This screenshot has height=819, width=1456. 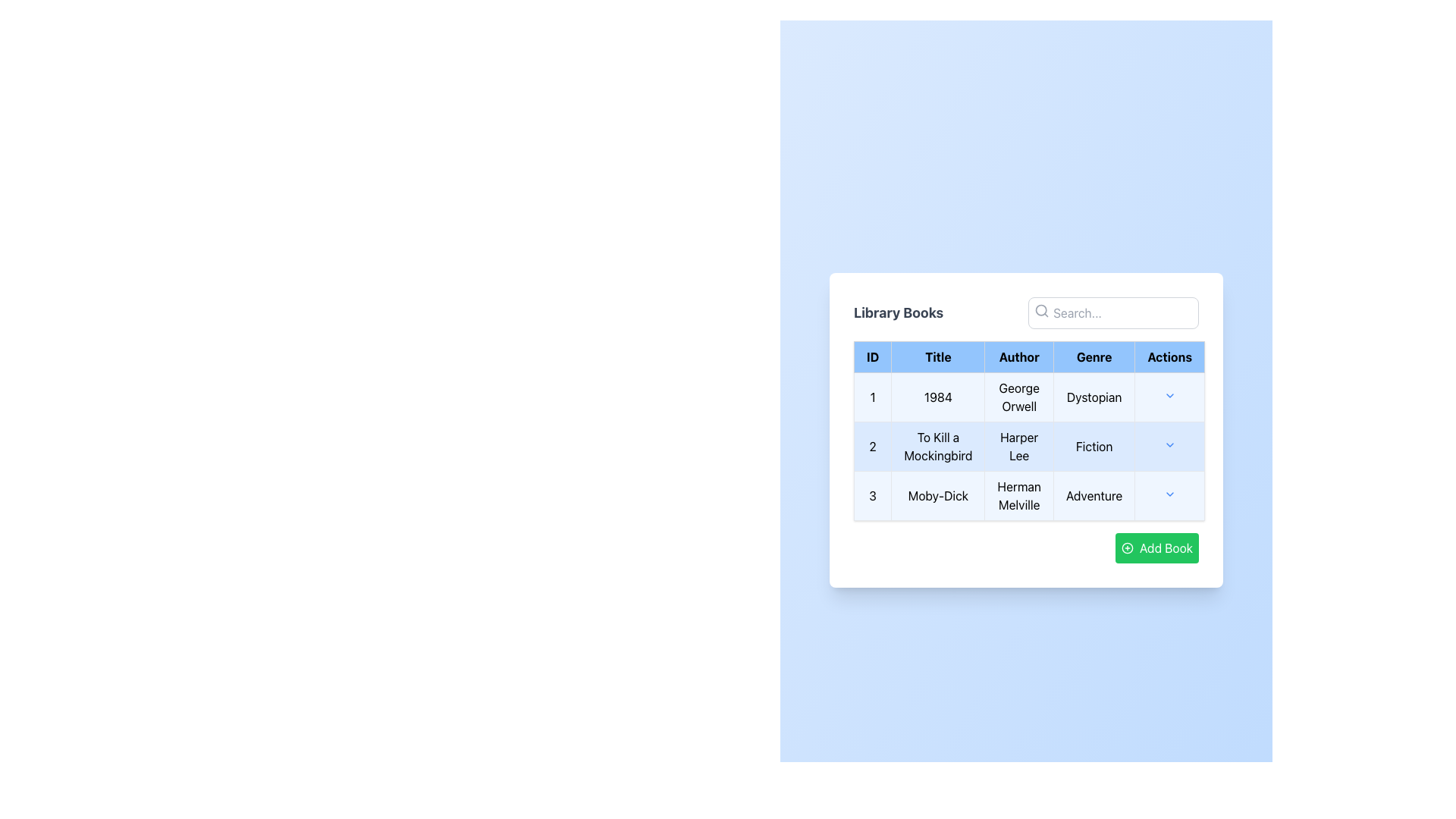 What do you see at coordinates (873, 495) in the screenshot?
I see `the first cell in the third row of the table, which serves as the identifier for that row` at bounding box center [873, 495].